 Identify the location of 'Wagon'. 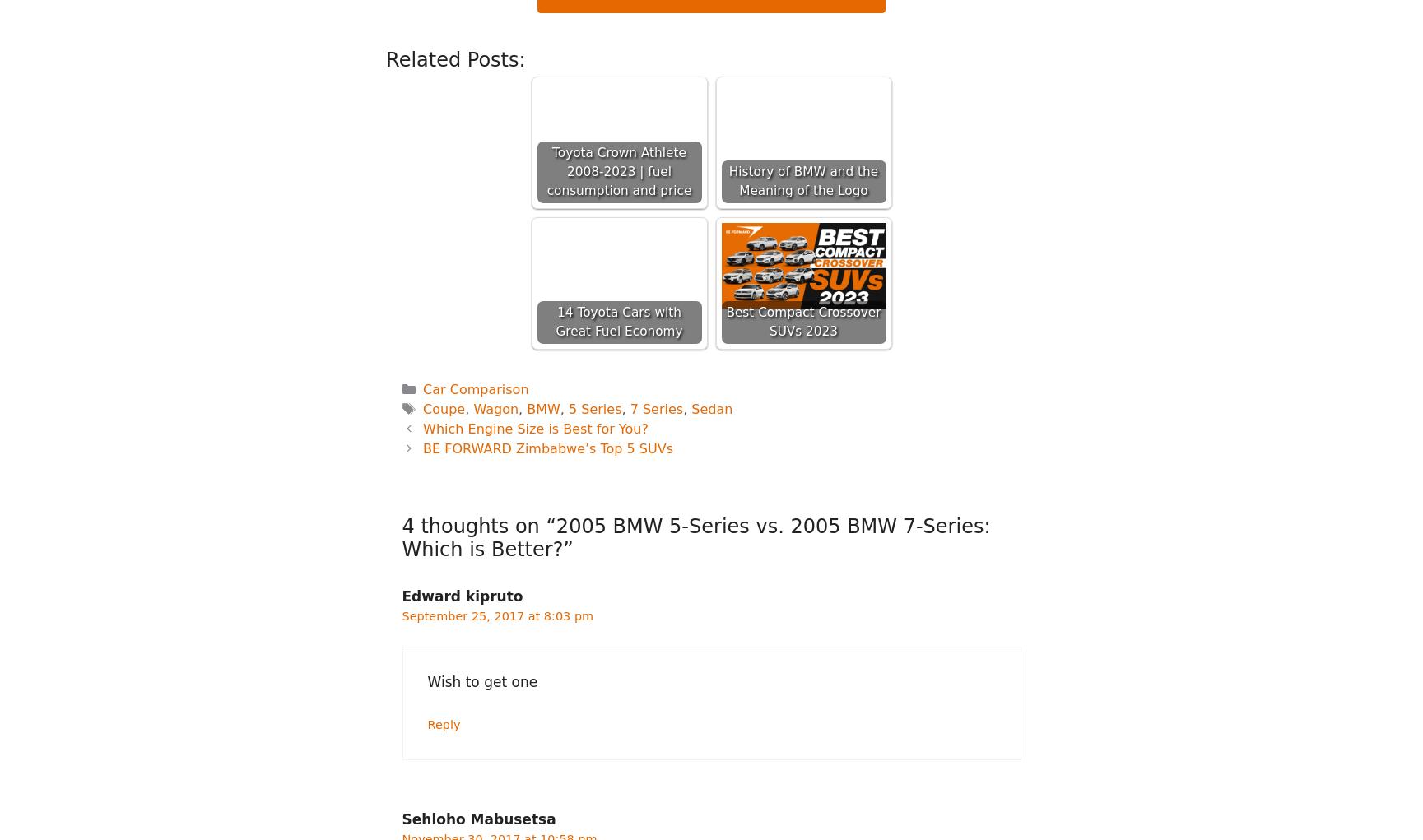
(473, 407).